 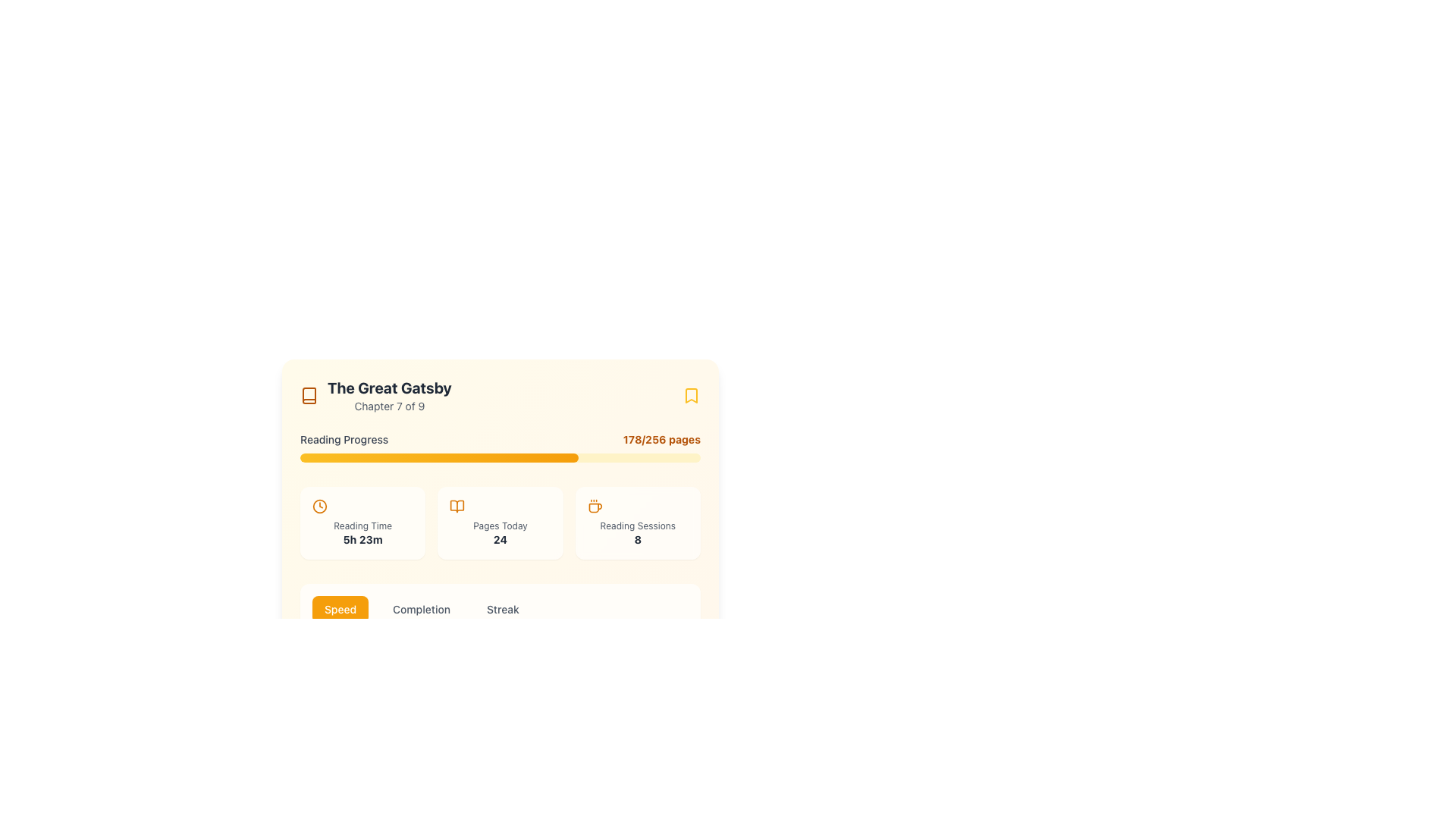 What do you see at coordinates (319, 506) in the screenshot?
I see `the amber clock icon representing 'Reading Time 5h 23m', which is located within a card layout alongside similar containers` at bounding box center [319, 506].